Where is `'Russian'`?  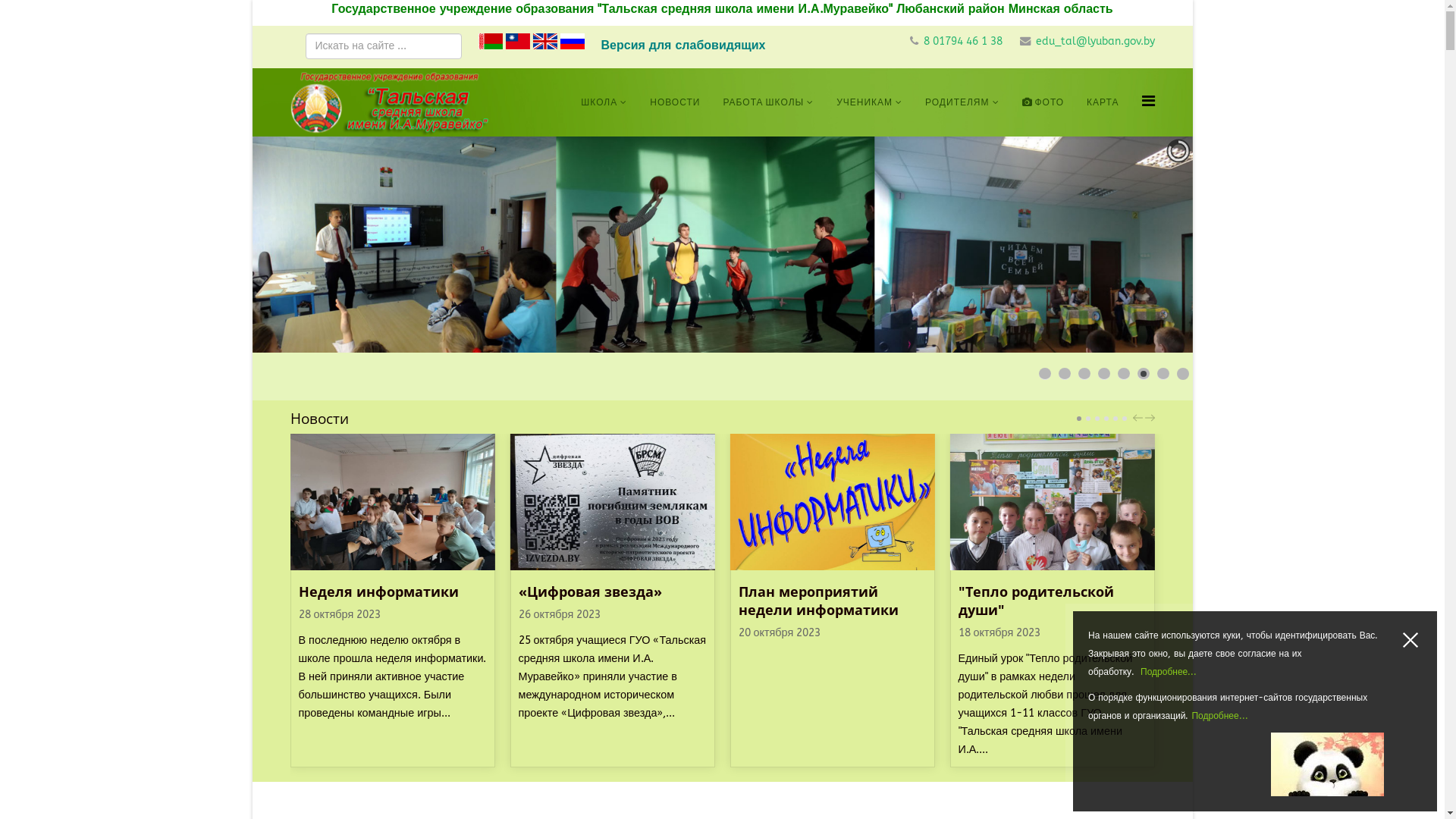 'Russian' is located at coordinates (570, 40).